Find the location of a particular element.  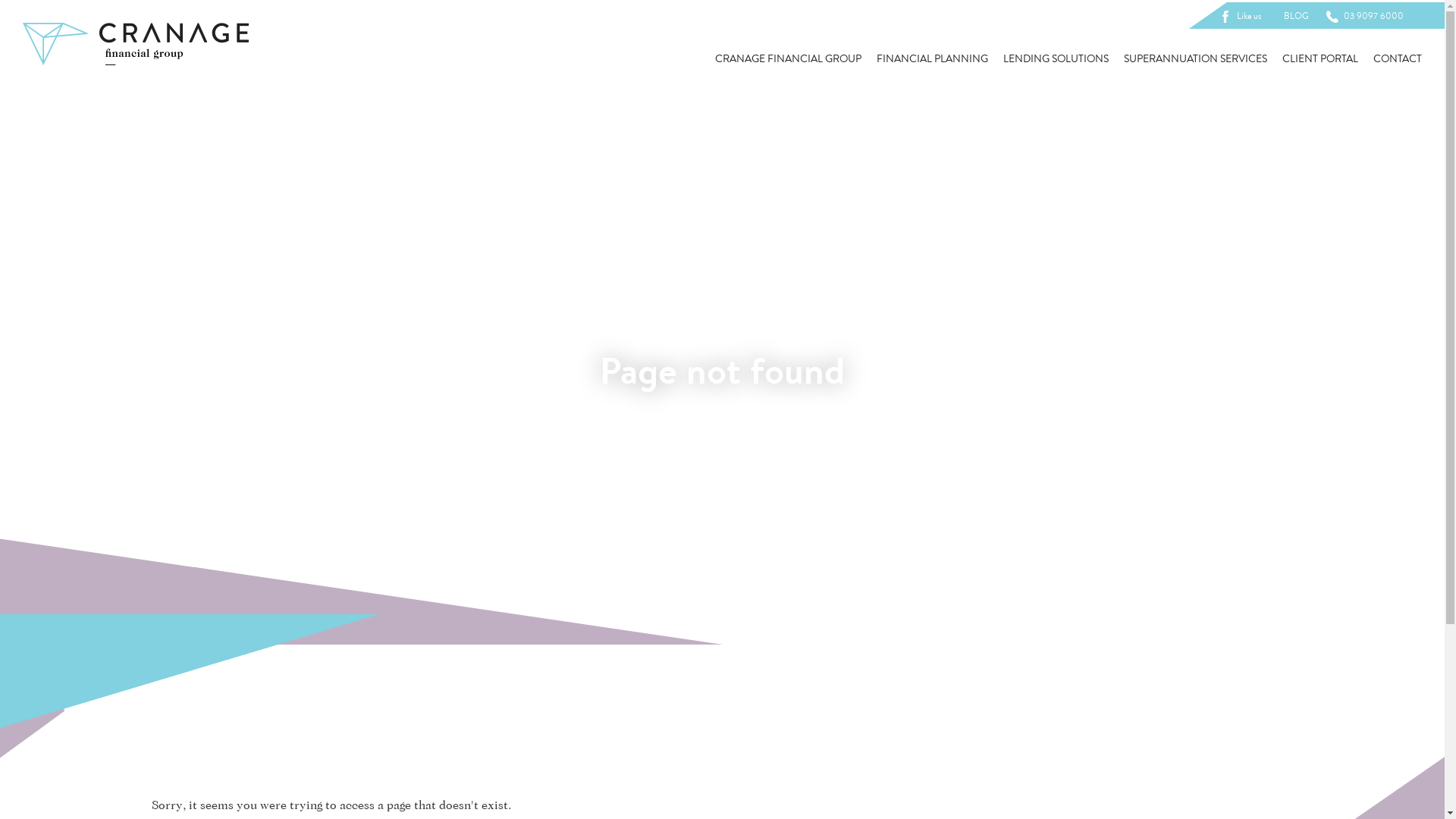

'03 9097 6000' is located at coordinates (1367, 15).